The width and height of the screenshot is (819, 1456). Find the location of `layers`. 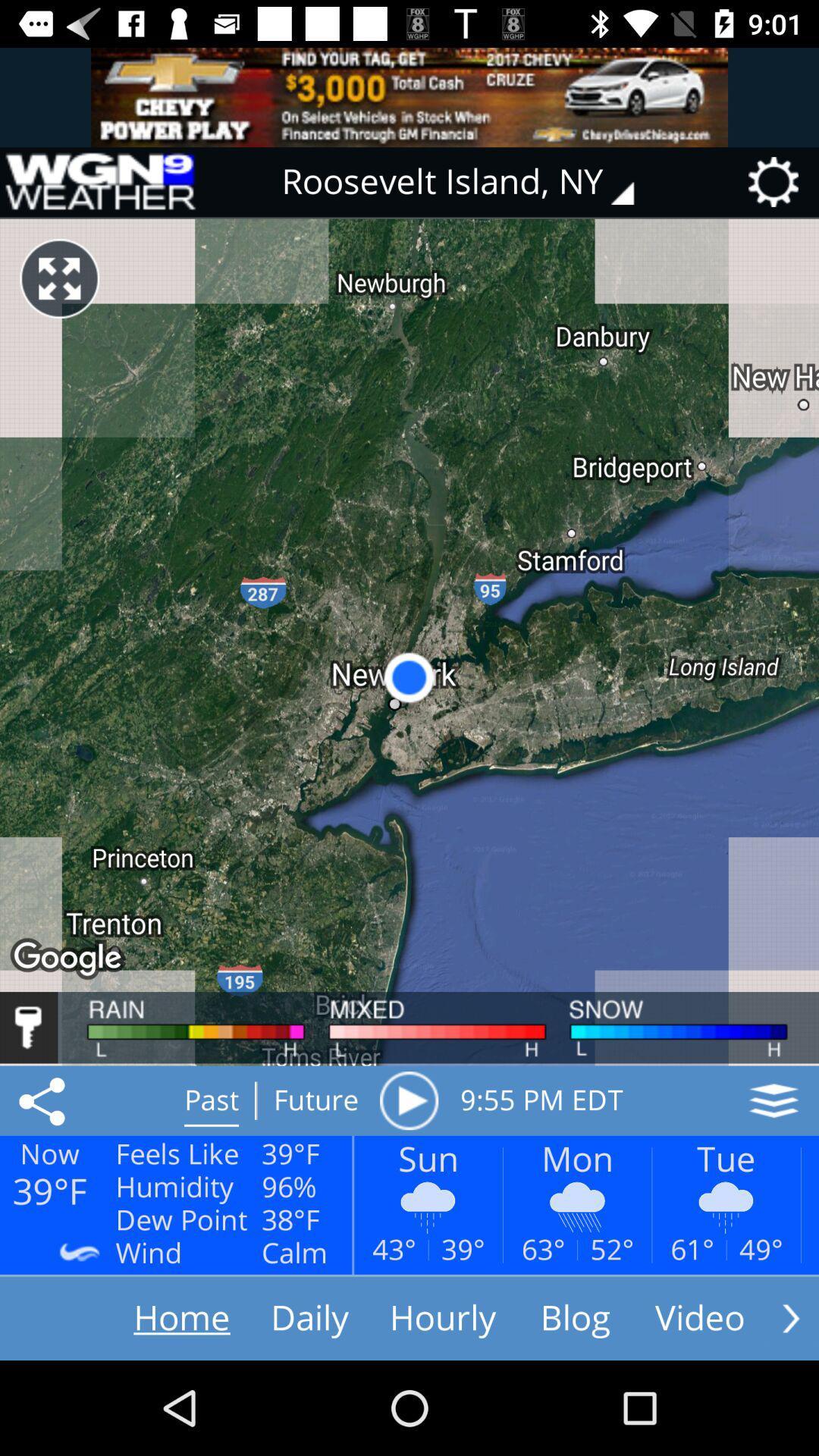

layers is located at coordinates (773, 1100).